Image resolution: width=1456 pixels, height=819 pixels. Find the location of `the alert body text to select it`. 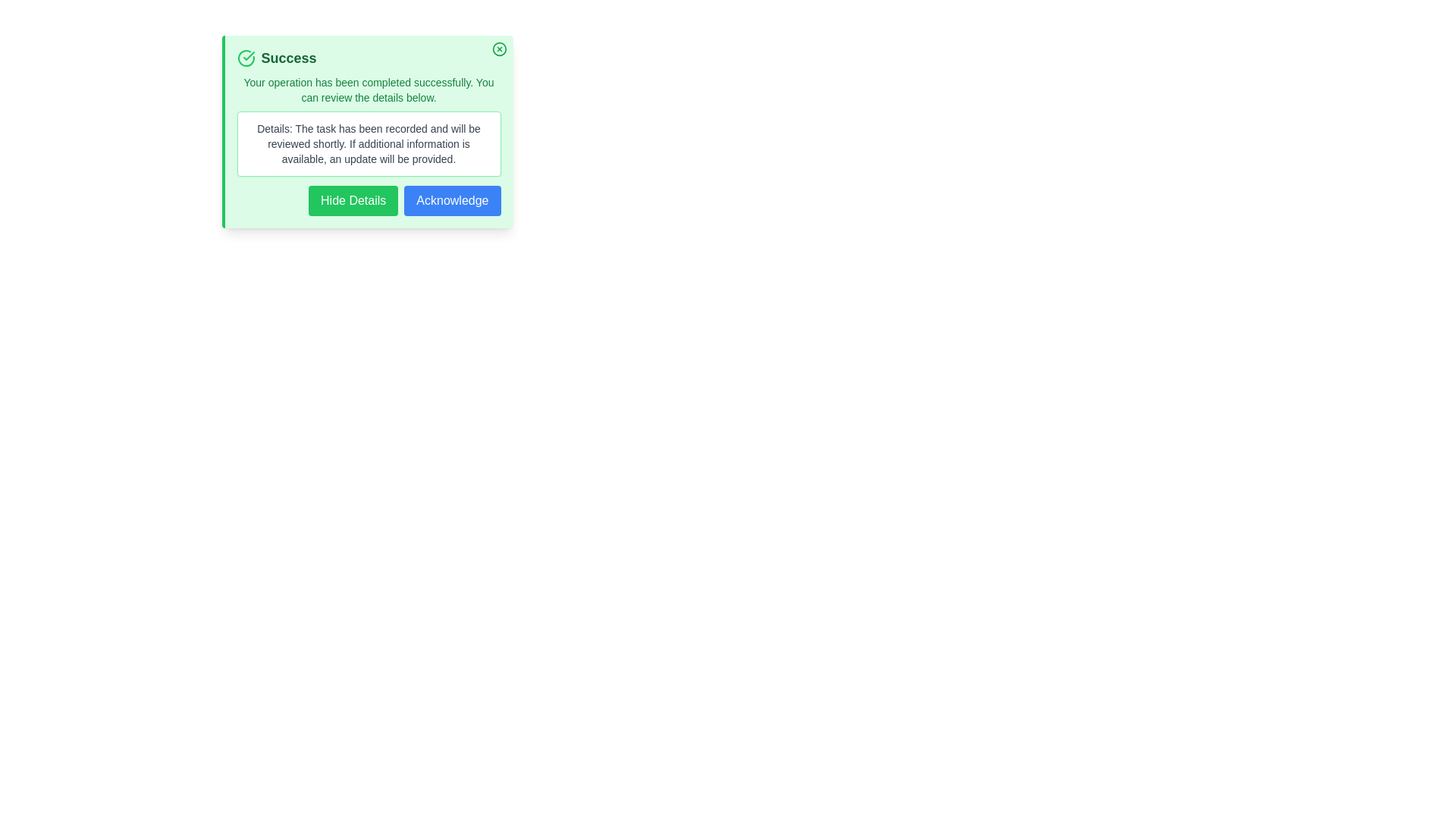

the alert body text to select it is located at coordinates (369, 90).